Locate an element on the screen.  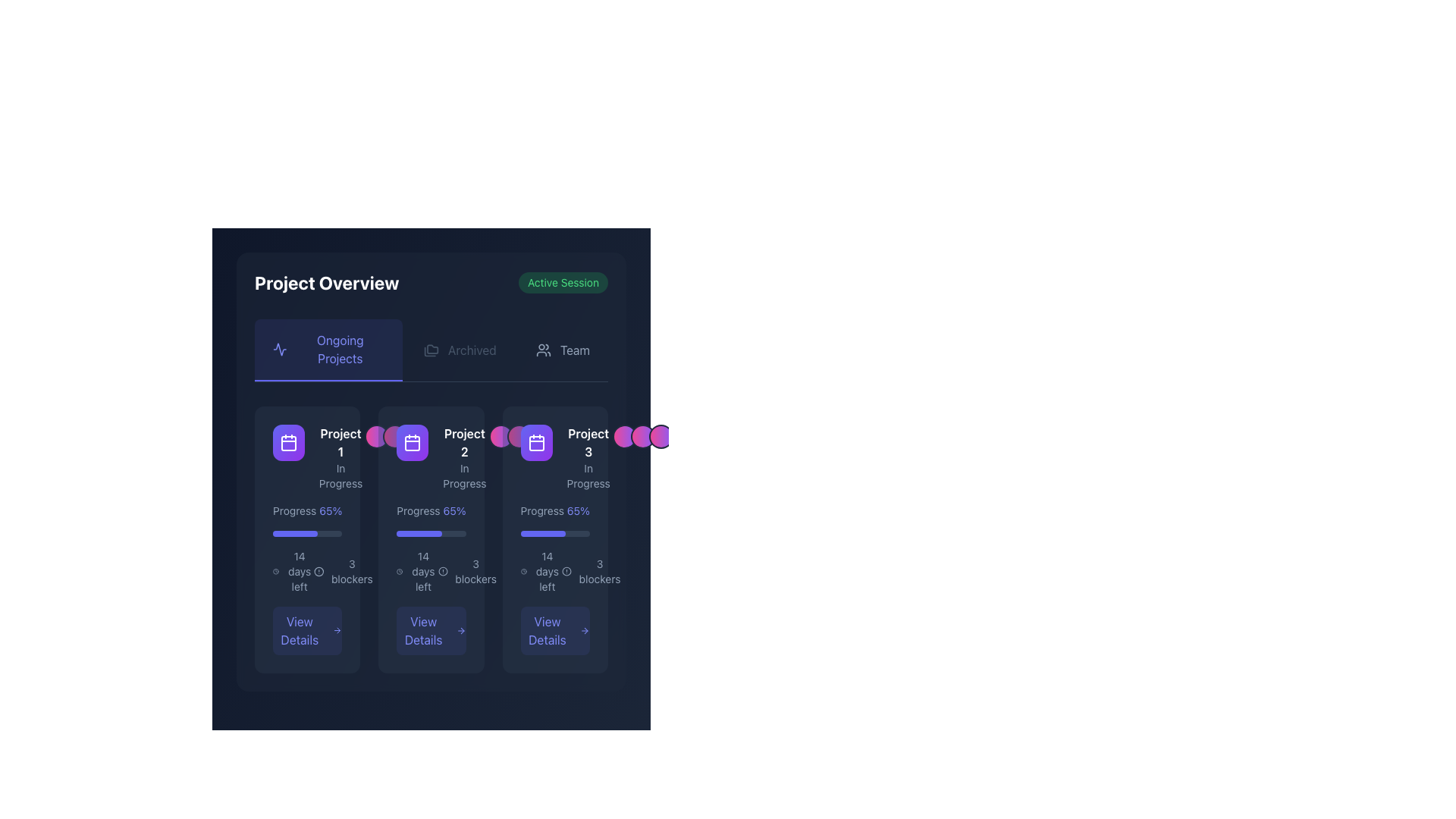
the 'View Details' button-like text link located at the bottom of the card for 'Project 1' is located at coordinates (300, 631).